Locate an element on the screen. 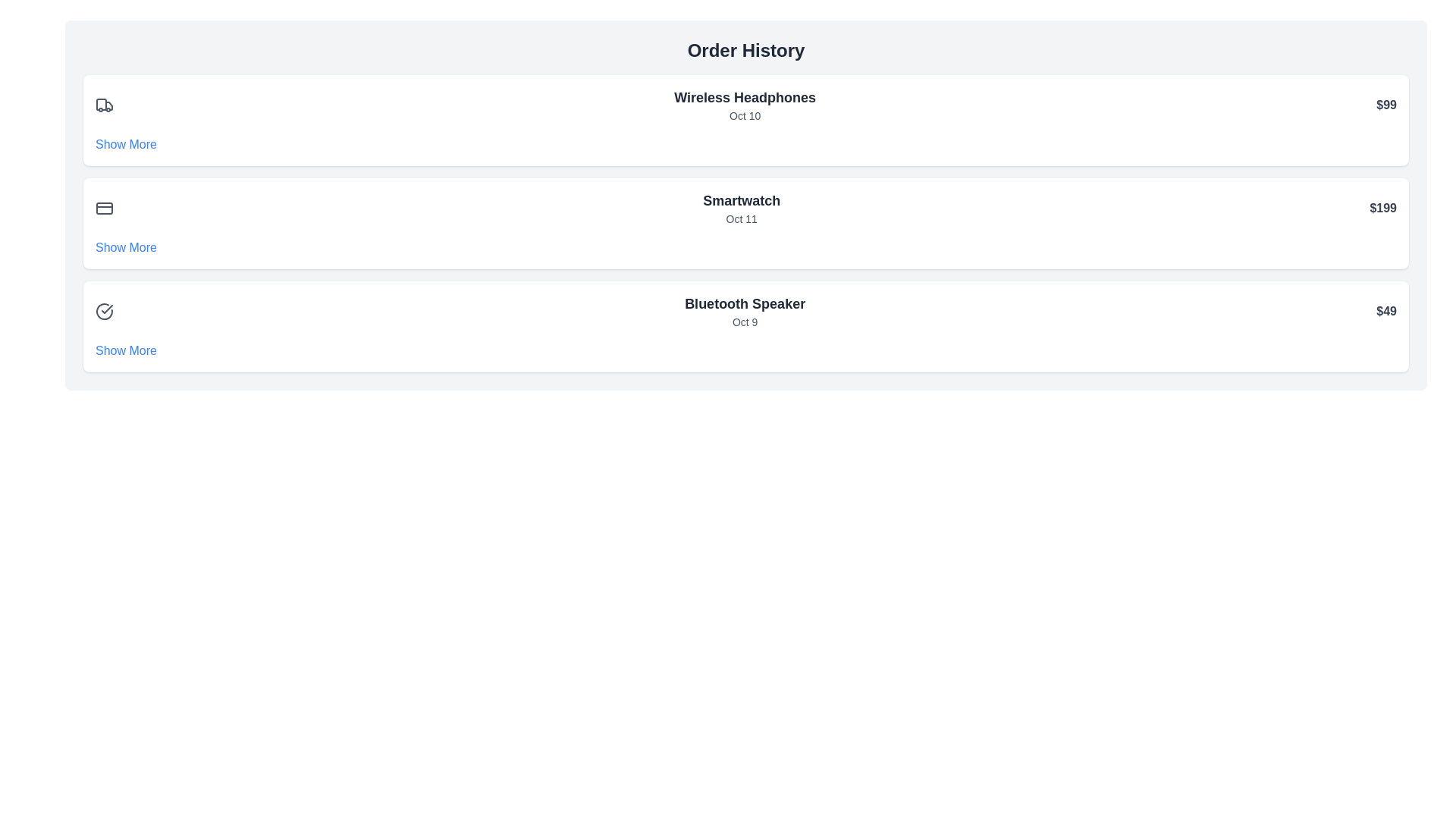  the third order entry in the user's order history, which displays the name, date, and price of the item, located between 'Smartwatch' and the 'Show More' button is located at coordinates (745, 311).